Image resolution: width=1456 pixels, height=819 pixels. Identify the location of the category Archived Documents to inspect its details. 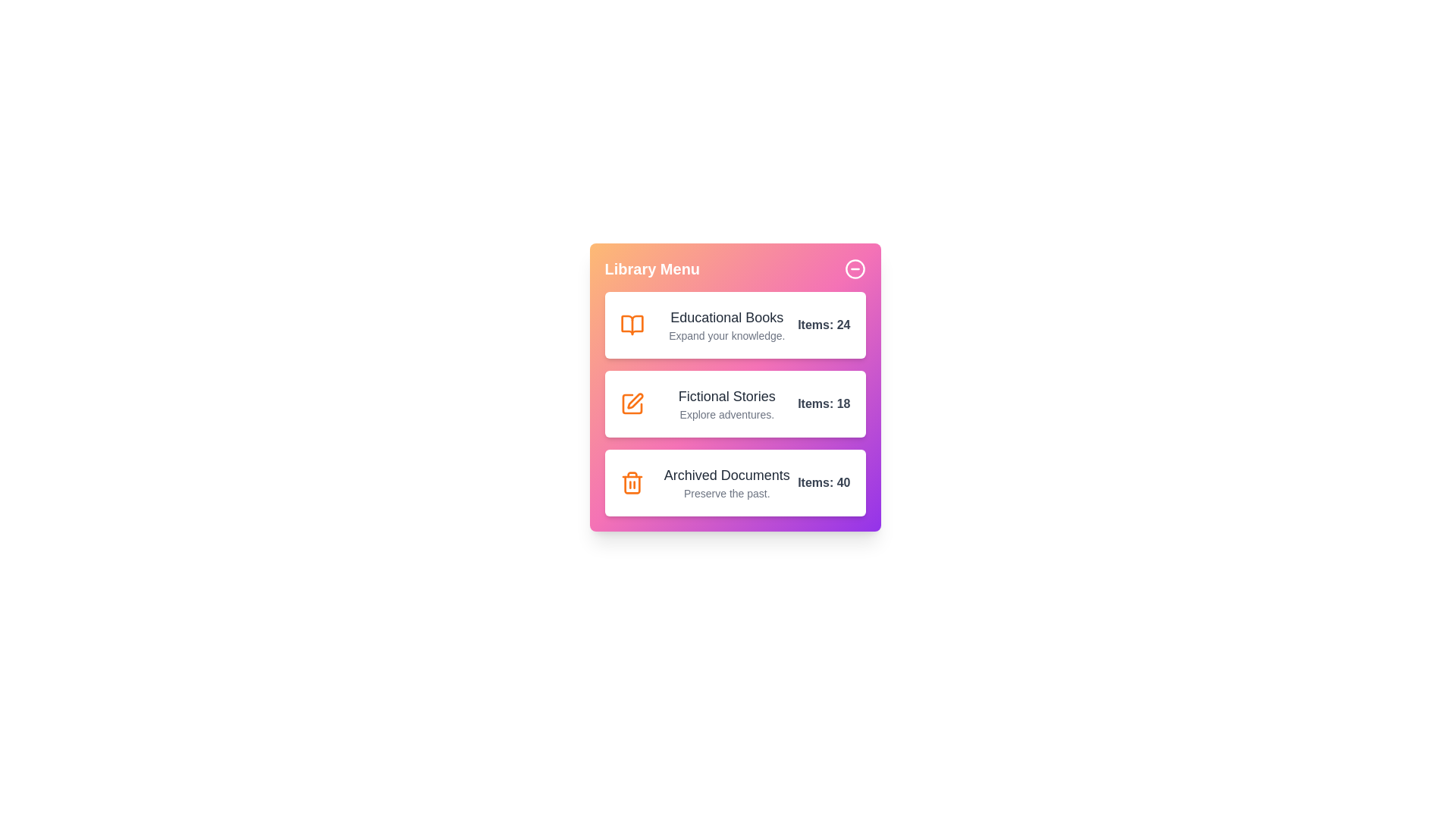
(735, 482).